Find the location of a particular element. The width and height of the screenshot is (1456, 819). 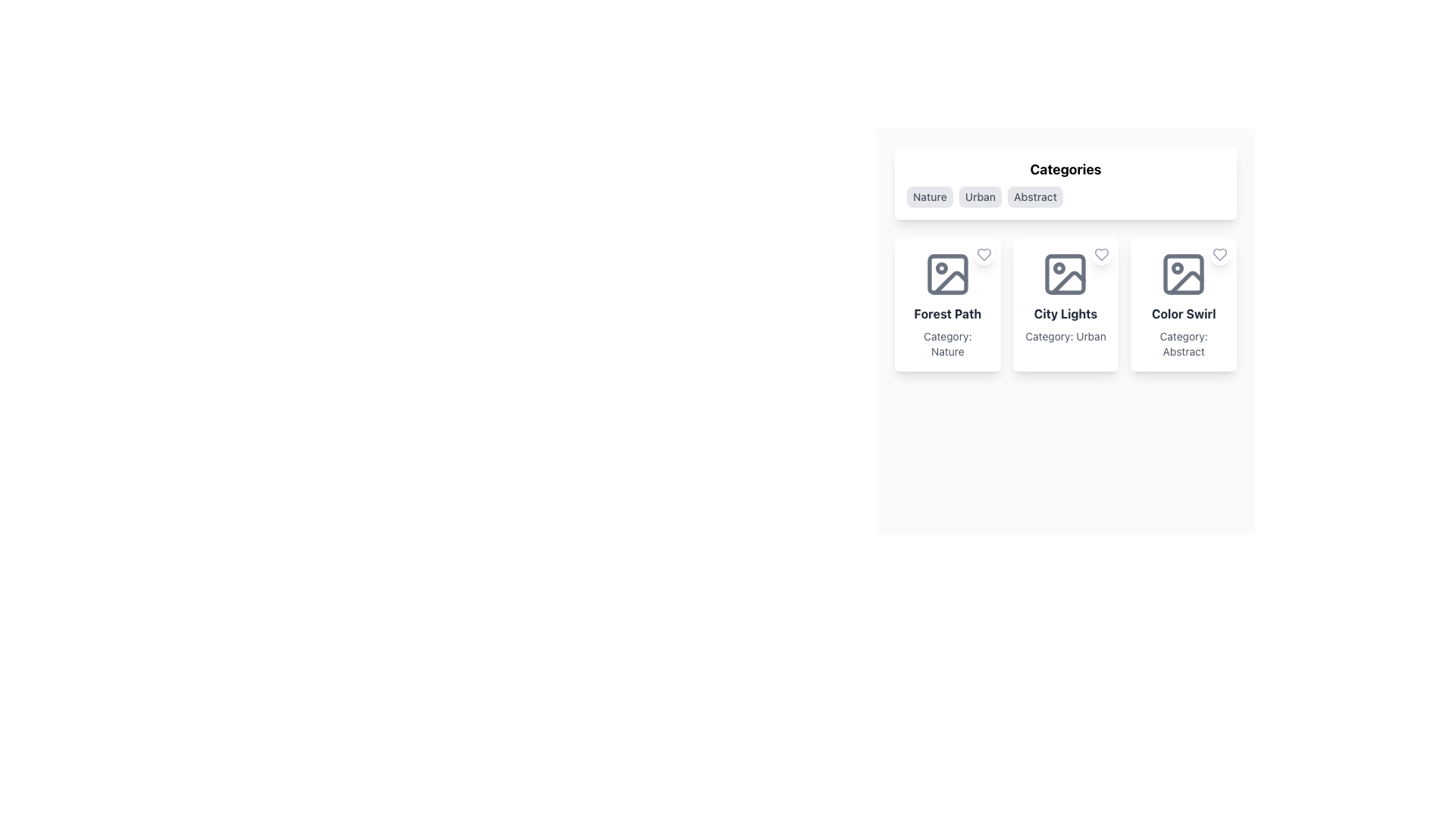

the 'Urban' category selection button, which is the second button in a row of three buttons labeled 'Nature', 'Urban', and 'Abstract', located below the title 'Categories' is located at coordinates (980, 196).